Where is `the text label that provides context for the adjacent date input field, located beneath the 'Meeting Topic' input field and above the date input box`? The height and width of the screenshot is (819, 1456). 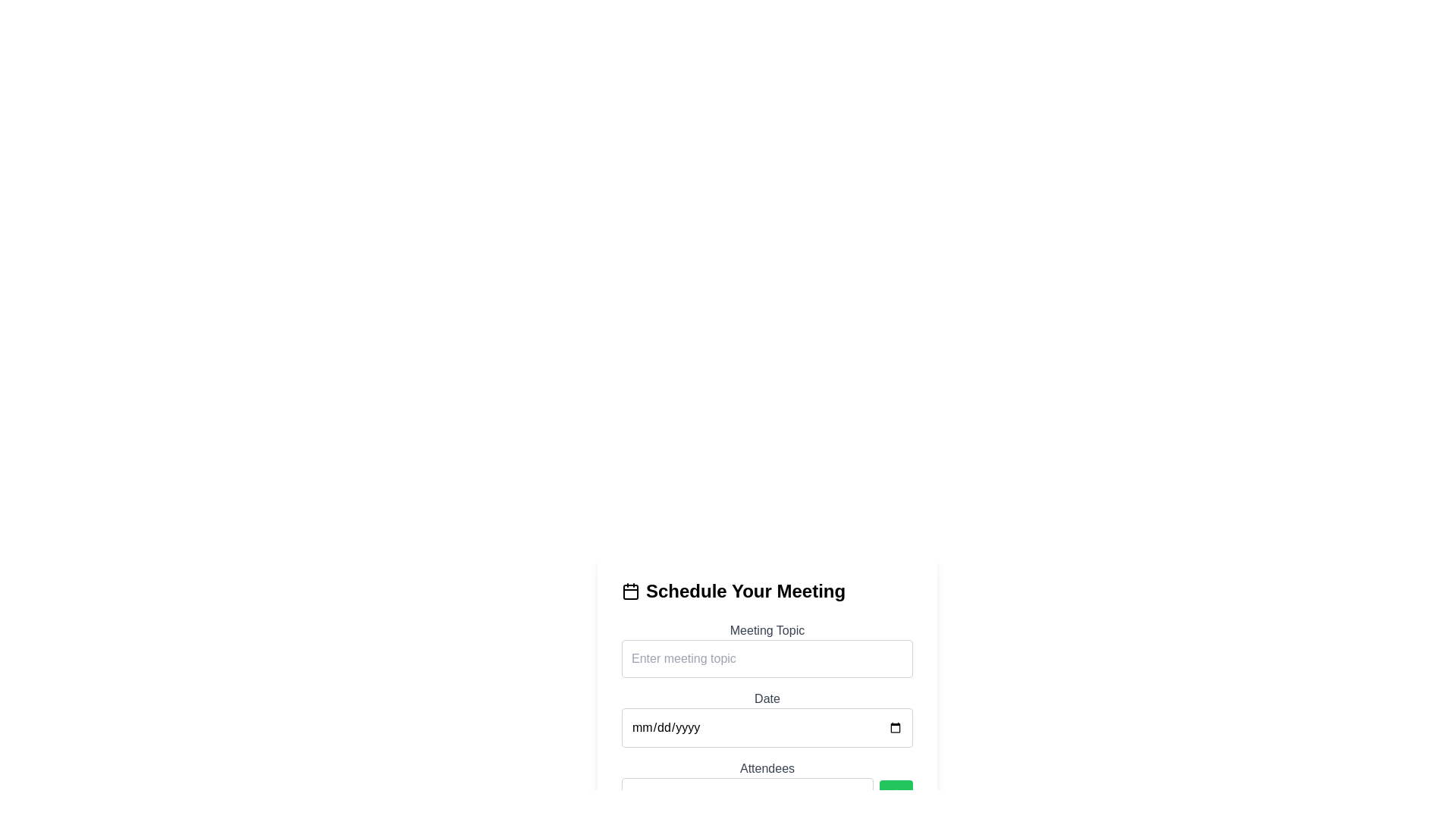
the text label that provides context for the adjacent date input field, located beneath the 'Meeting Topic' input field and above the date input box is located at coordinates (767, 698).